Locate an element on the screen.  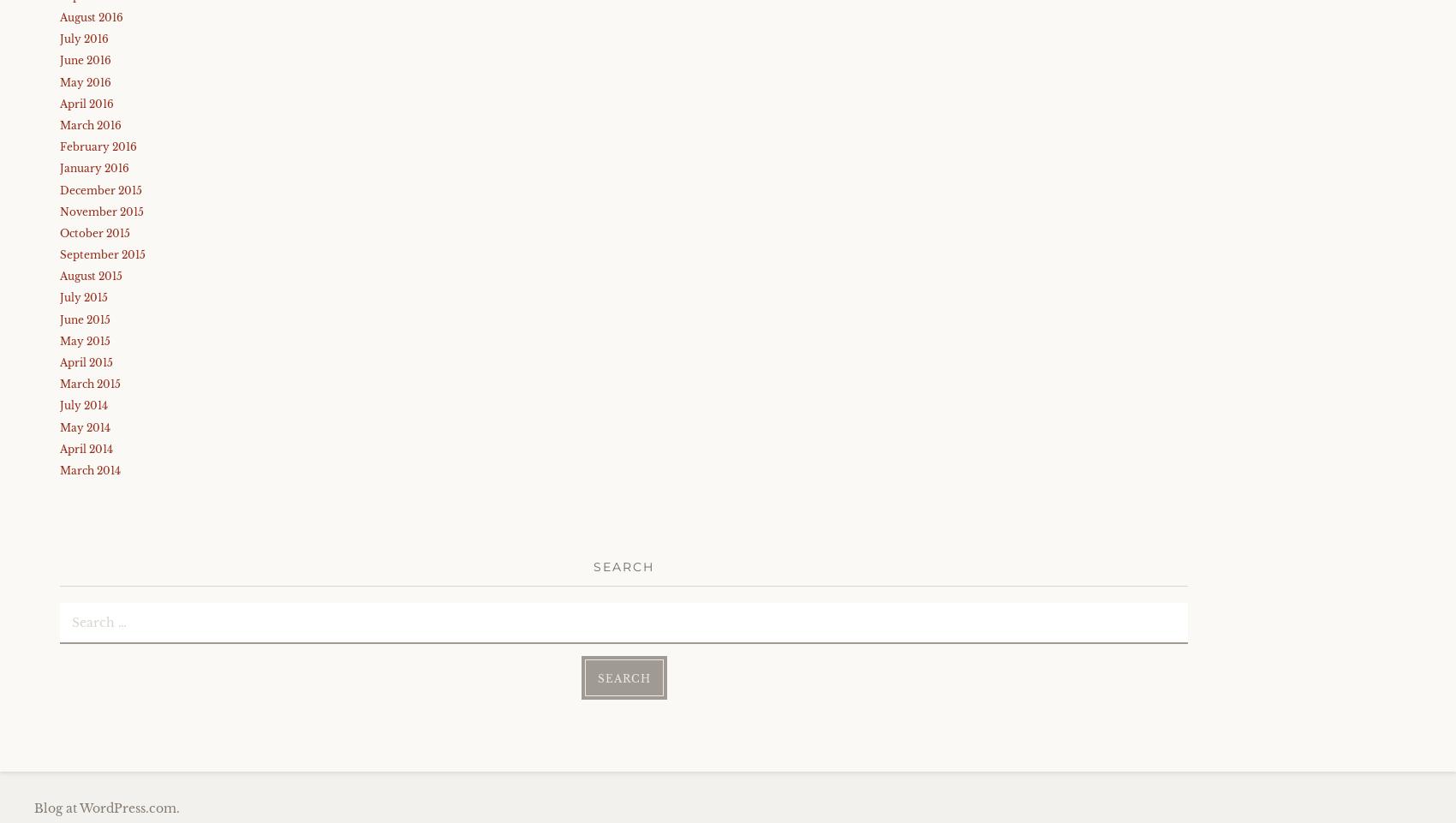
'June 2016' is located at coordinates (85, 60).